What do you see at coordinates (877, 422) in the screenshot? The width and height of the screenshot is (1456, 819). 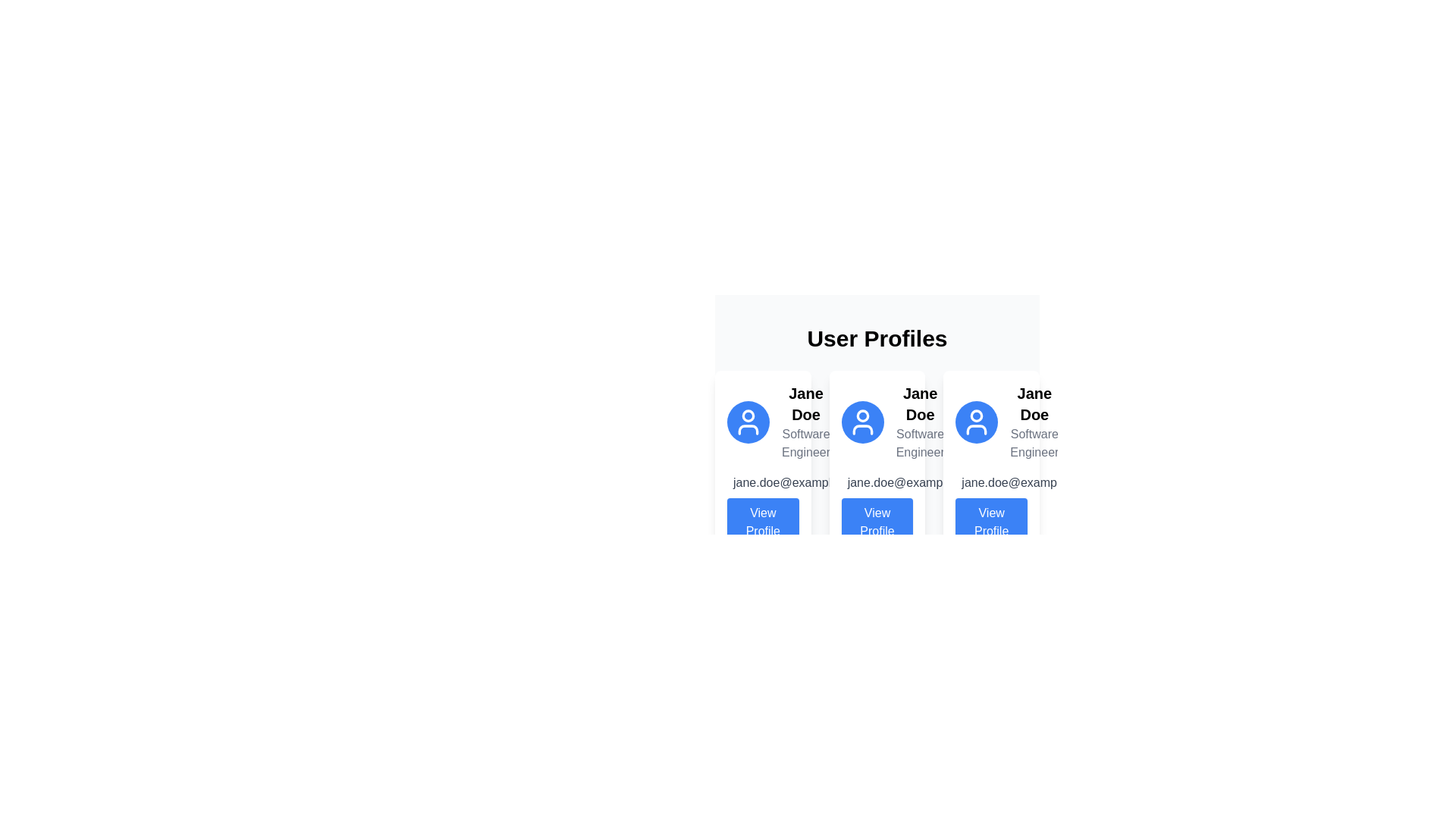 I see `the Profile Icon in the second card of the User Profiles section, which features a circular blue background with a white user icon` at bounding box center [877, 422].